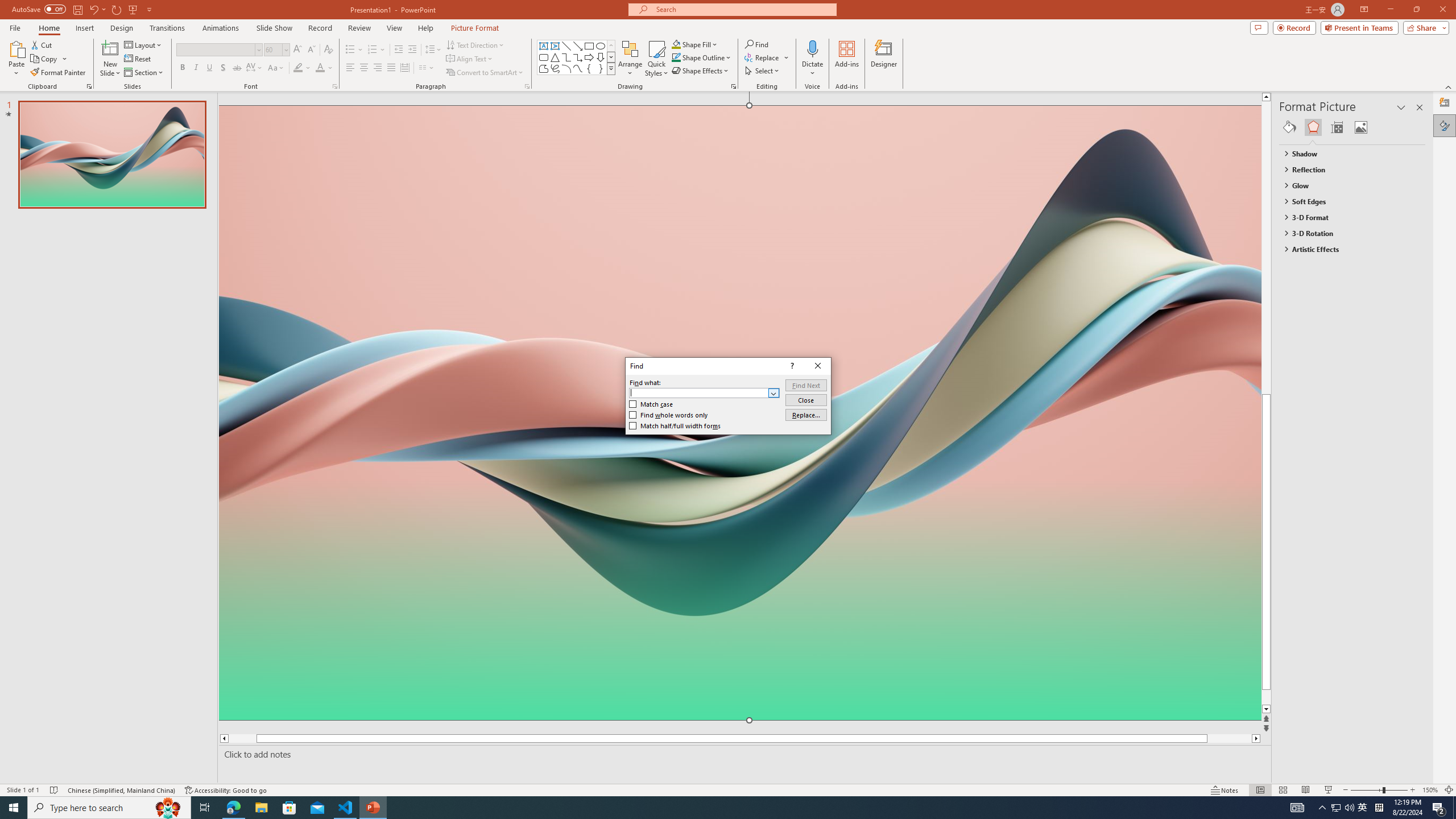 This screenshot has height=819, width=1456. Describe the element at coordinates (1430, 790) in the screenshot. I see `'Zoom 150%'` at that location.